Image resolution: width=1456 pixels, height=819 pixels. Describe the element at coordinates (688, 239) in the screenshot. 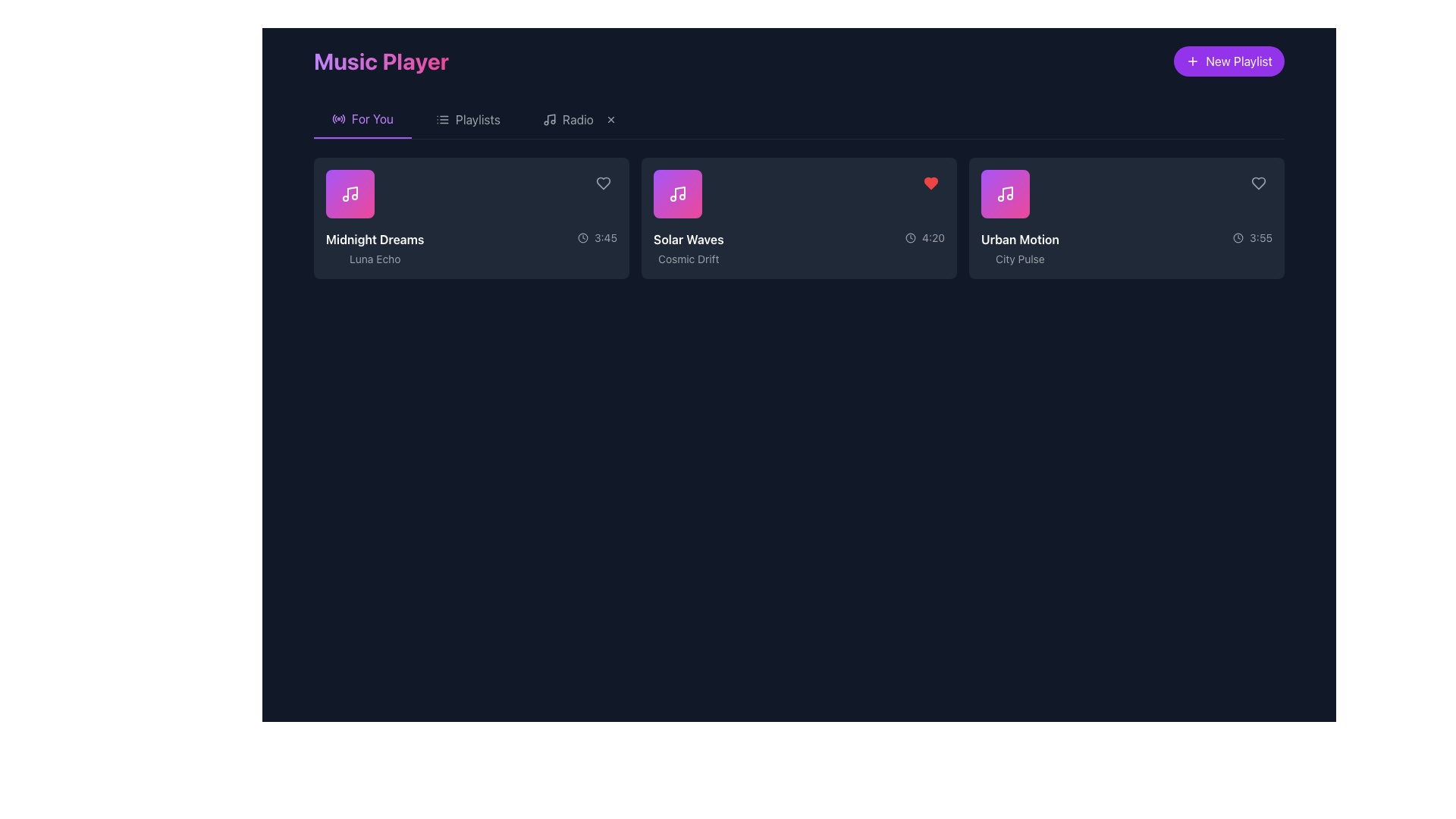

I see `text content of the title label located above the subtitle 'Cosmic Drift' in the second item of a horizontally arranged list of music items` at that location.